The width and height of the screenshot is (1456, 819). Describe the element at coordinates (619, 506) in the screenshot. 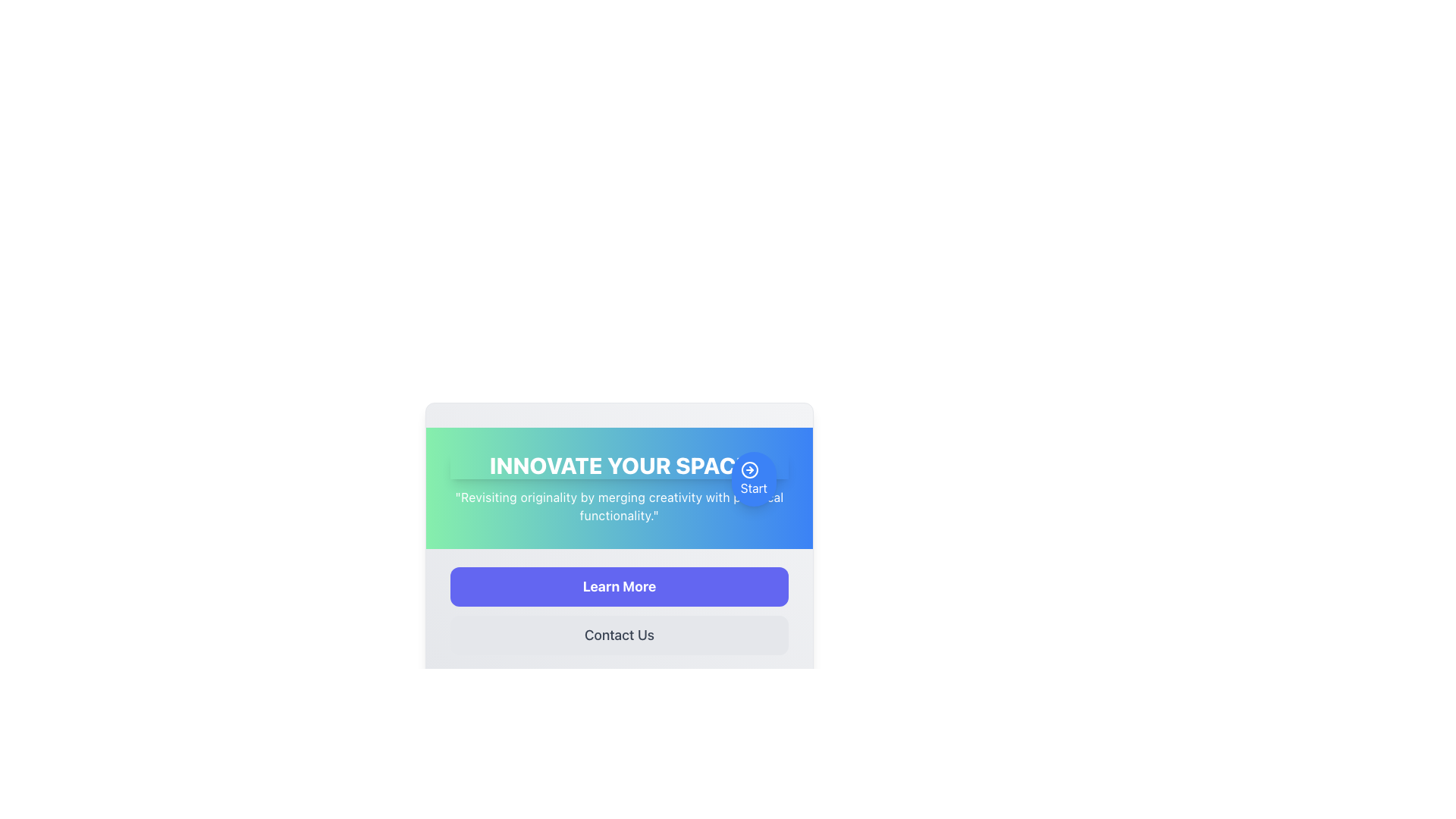

I see `the text element displaying the quote 'Revisiting originality by merging creativity with practical functionality.' which is centered below the header 'Innovate Your Space.'` at that location.